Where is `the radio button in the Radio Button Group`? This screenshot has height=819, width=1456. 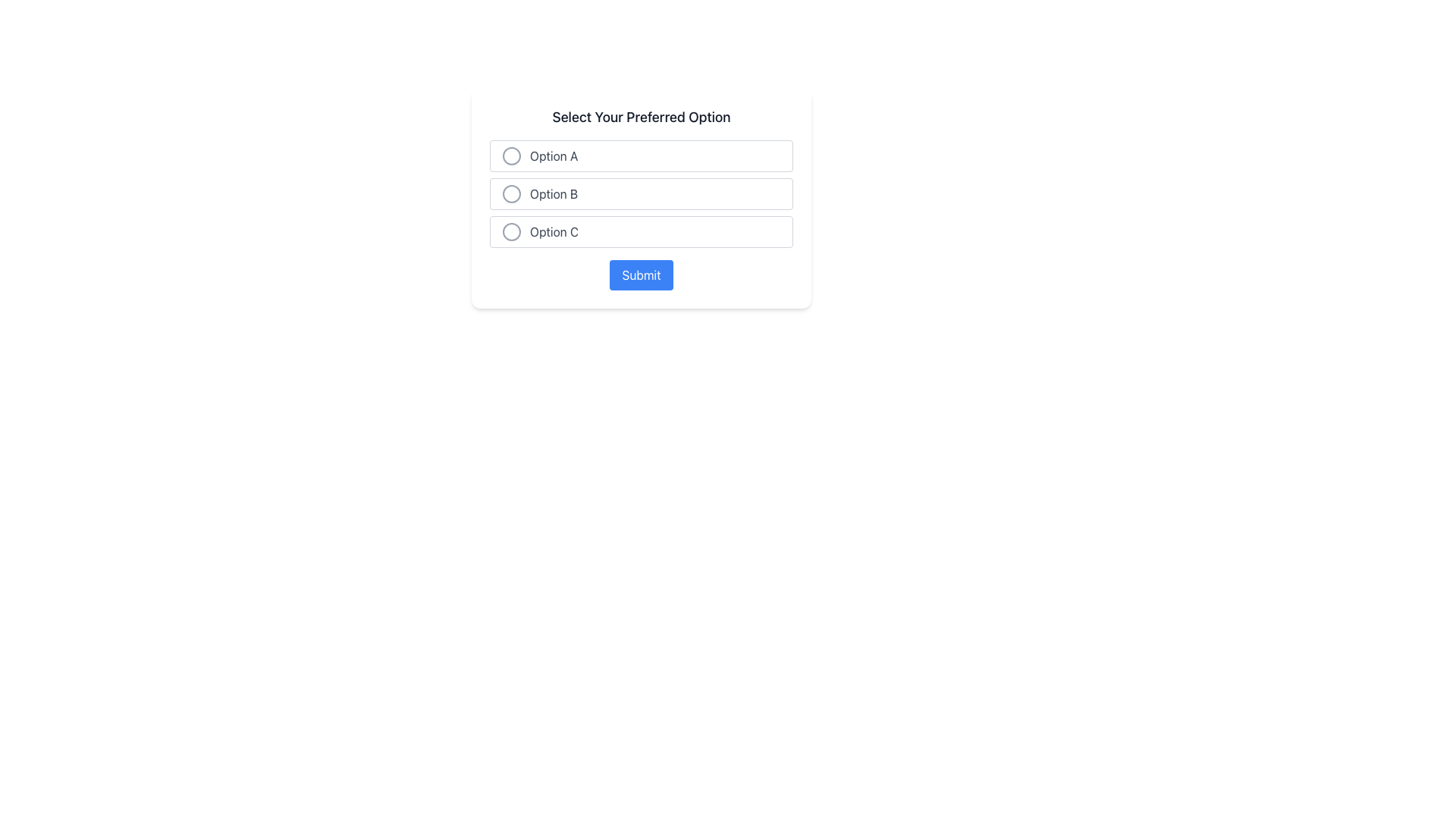
the radio button in the Radio Button Group is located at coordinates (641, 198).